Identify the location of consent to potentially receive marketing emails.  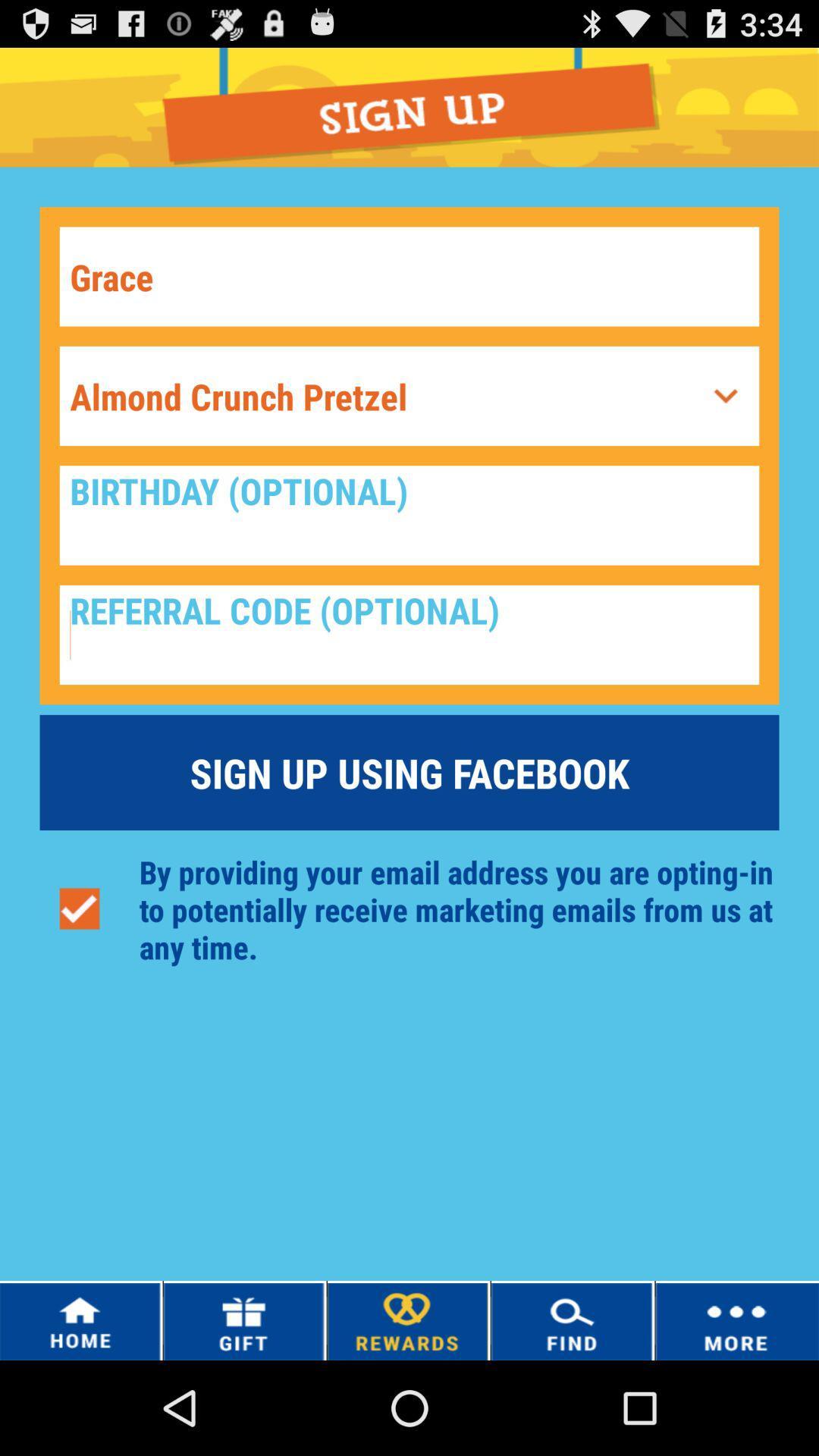
(79, 909).